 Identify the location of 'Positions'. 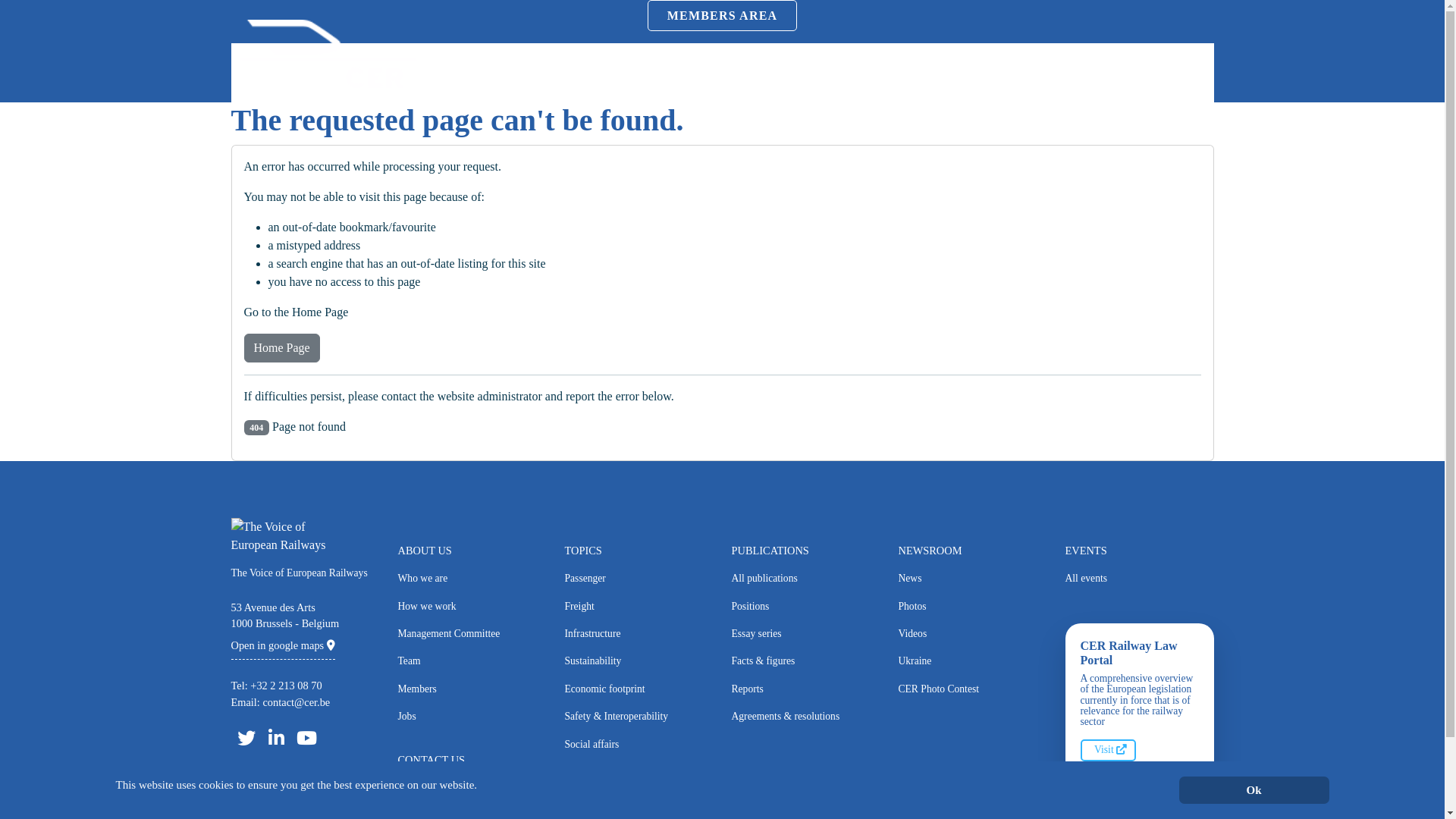
(804, 605).